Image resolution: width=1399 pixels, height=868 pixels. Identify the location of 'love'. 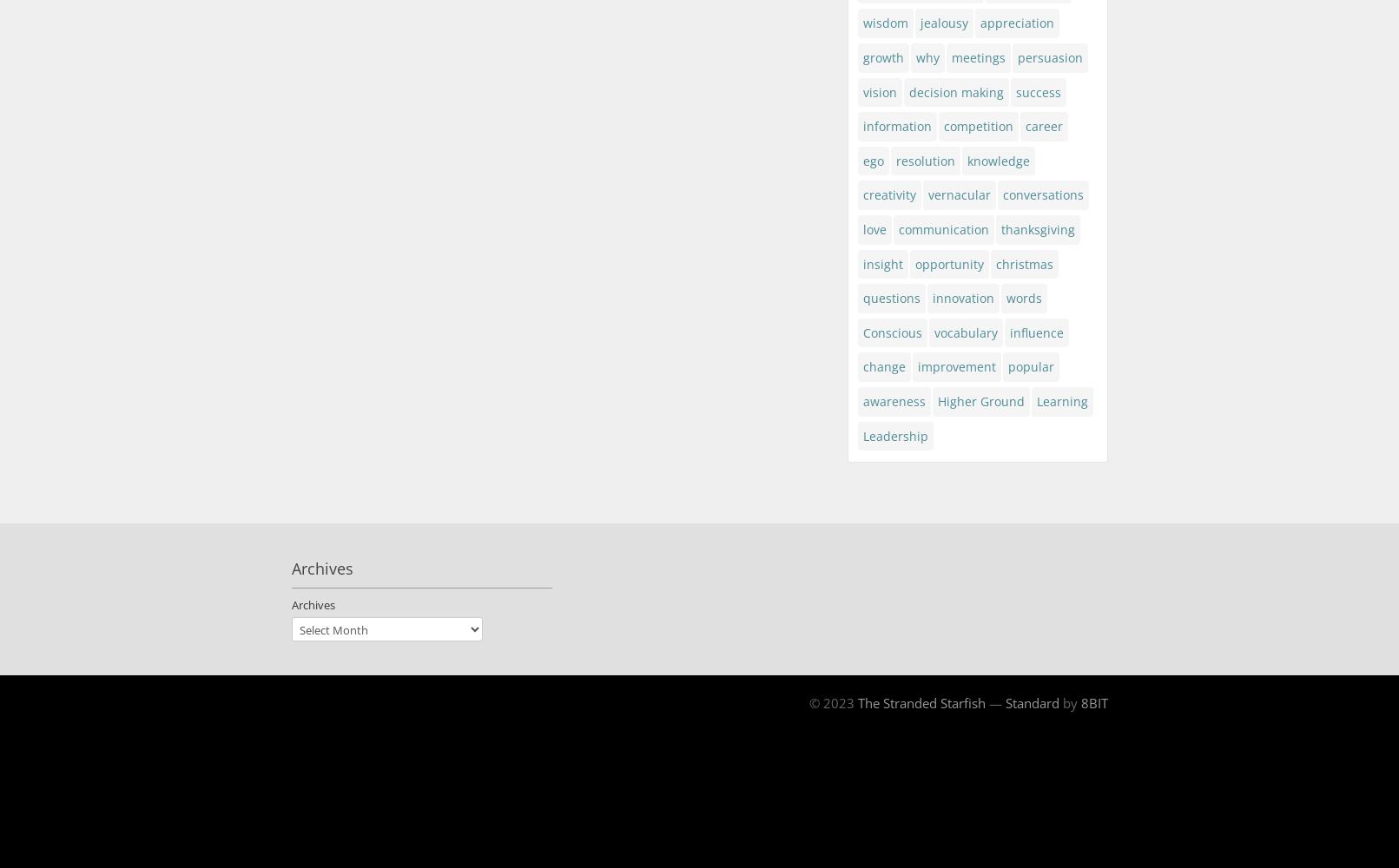
(874, 228).